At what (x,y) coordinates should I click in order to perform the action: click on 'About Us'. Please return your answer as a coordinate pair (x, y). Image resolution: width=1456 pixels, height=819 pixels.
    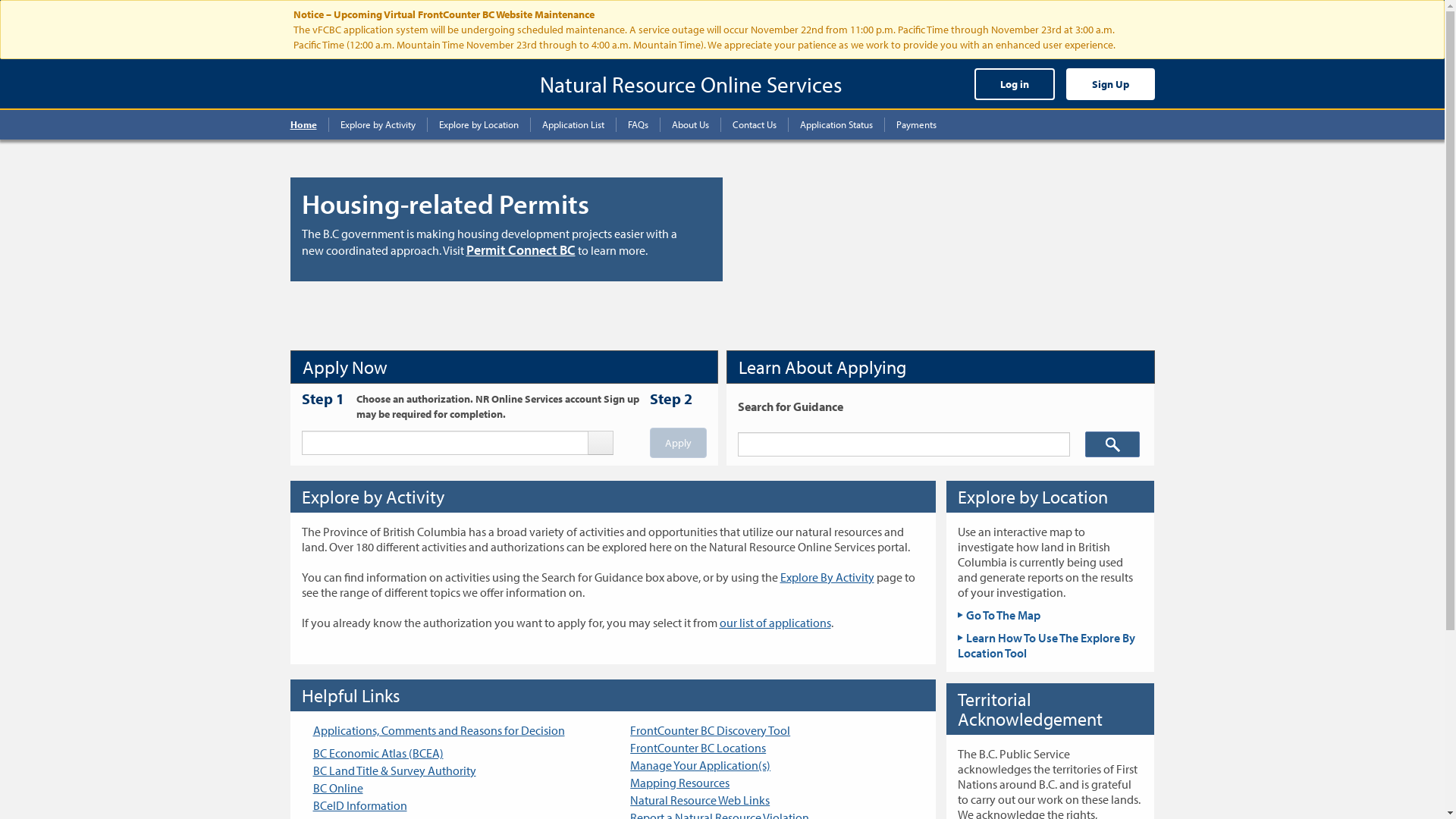
    Looking at the image, I should click on (689, 124).